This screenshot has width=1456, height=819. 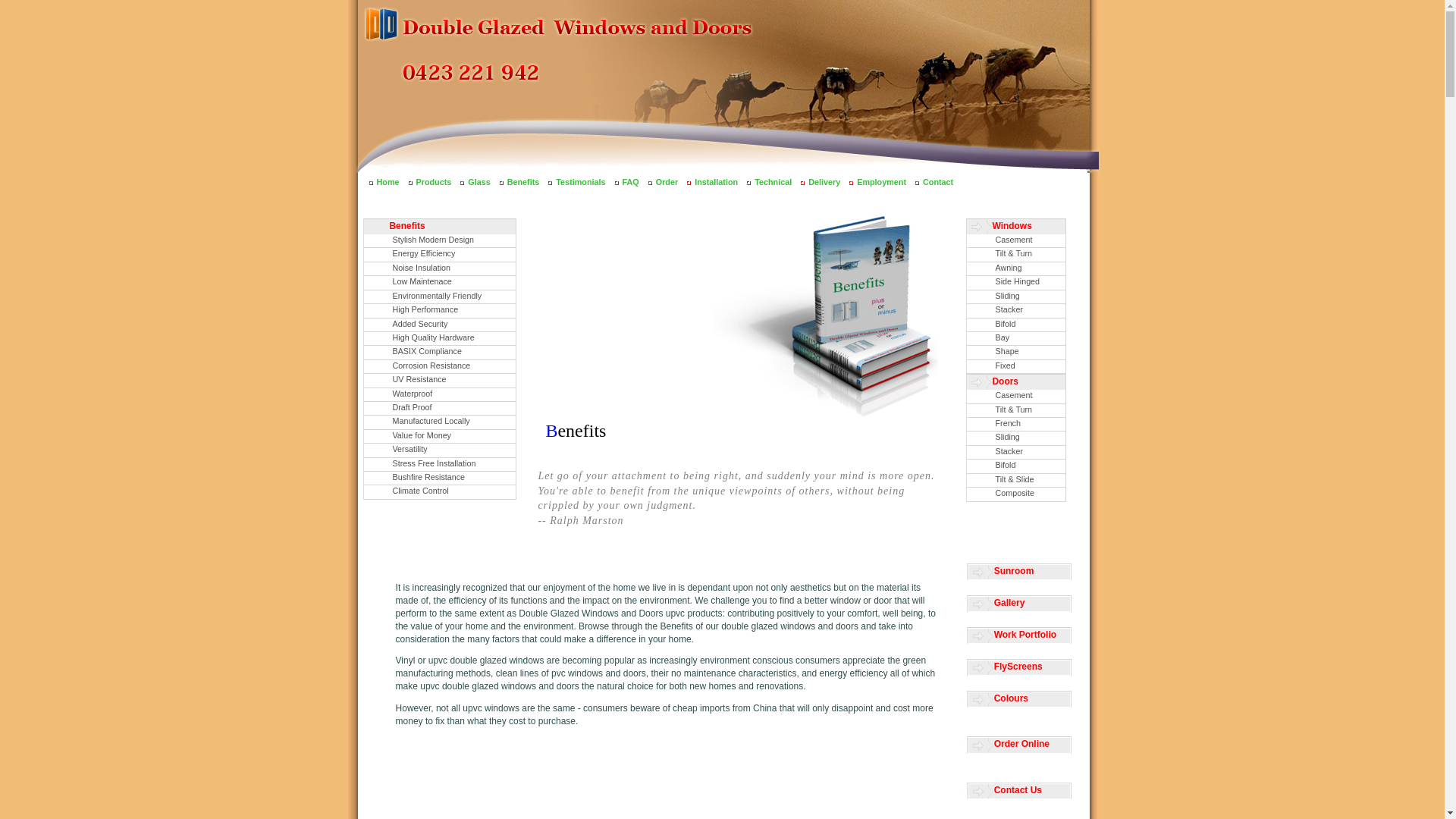 What do you see at coordinates (579, 180) in the screenshot?
I see `'Testimonials'` at bounding box center [579, 180].